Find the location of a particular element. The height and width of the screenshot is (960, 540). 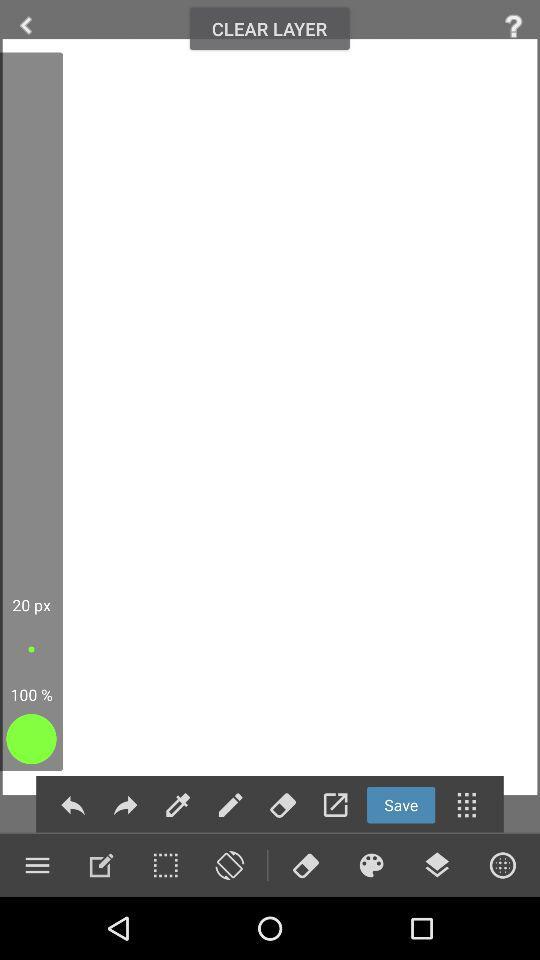

eyedrop tool is located at coordinates (178, 805).